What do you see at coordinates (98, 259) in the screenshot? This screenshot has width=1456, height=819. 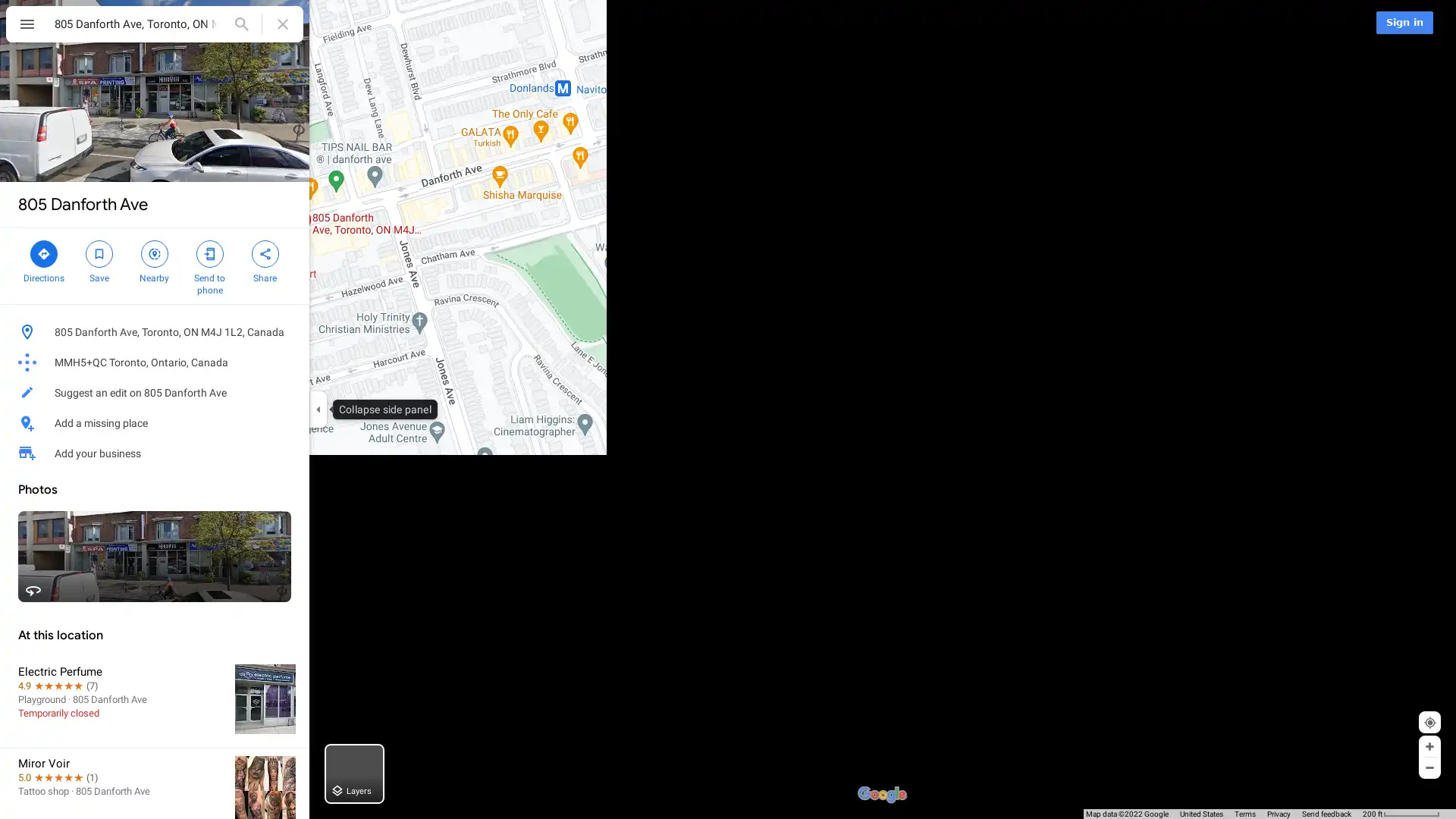 I see `Save 805 Danforth Ave in your lists` at bounding box center [98, 259].